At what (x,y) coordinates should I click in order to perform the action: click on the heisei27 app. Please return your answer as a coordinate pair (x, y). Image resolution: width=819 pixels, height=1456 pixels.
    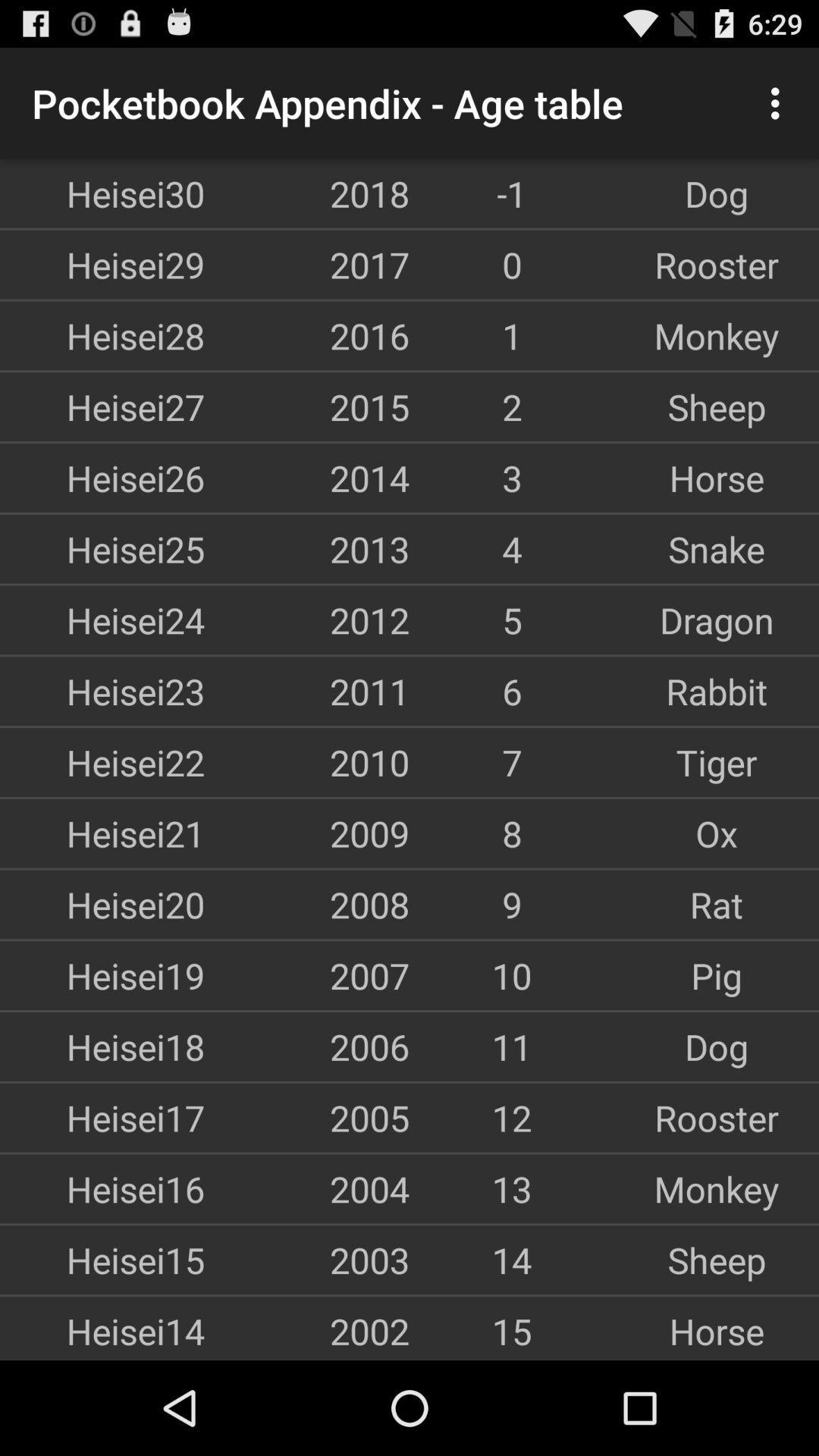
    Looking at the image, I should click on (102, 406).